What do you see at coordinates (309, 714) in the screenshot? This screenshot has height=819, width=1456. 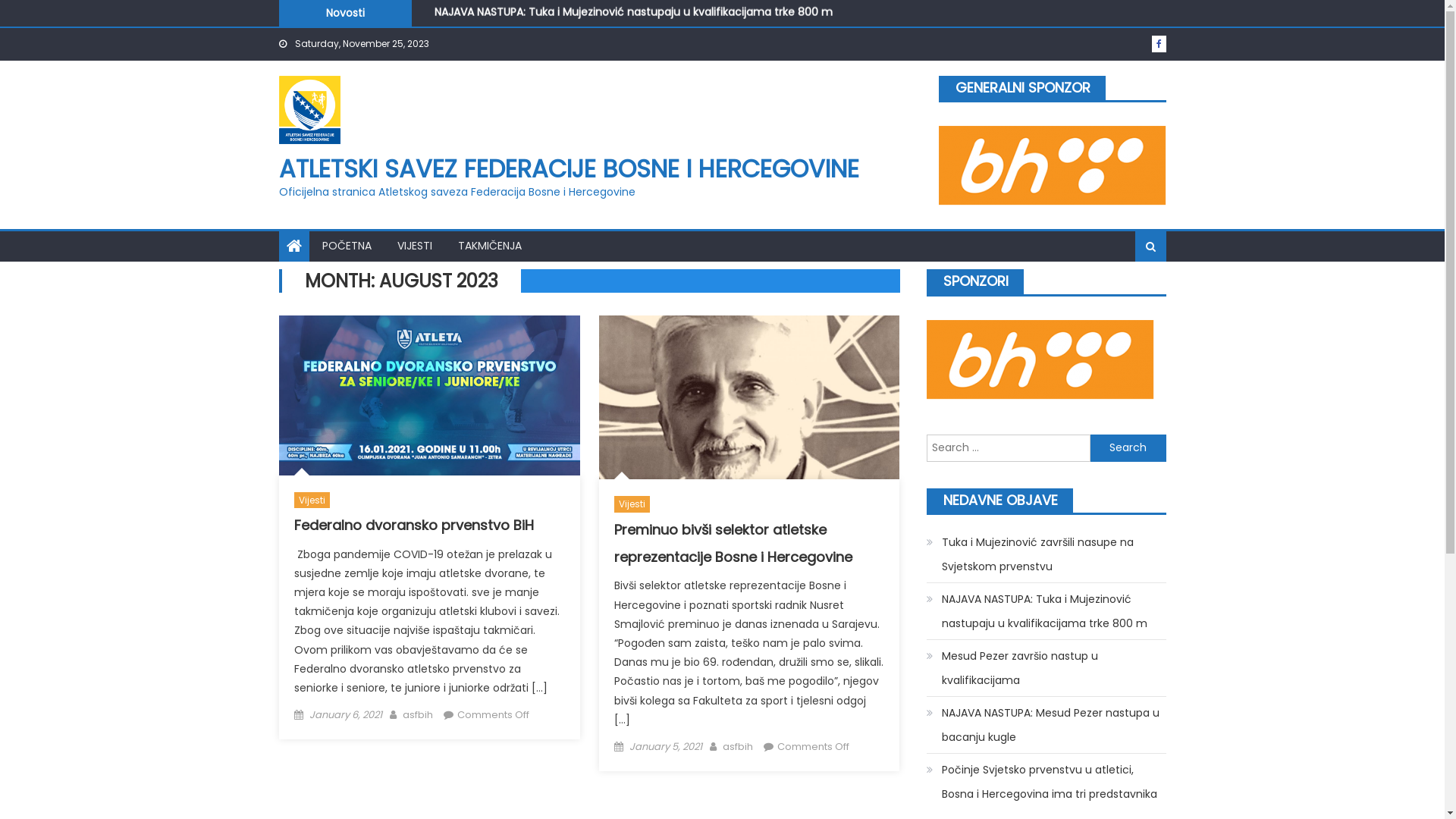 I see `'January 6, 2021'` at bounding box center [309, 714].